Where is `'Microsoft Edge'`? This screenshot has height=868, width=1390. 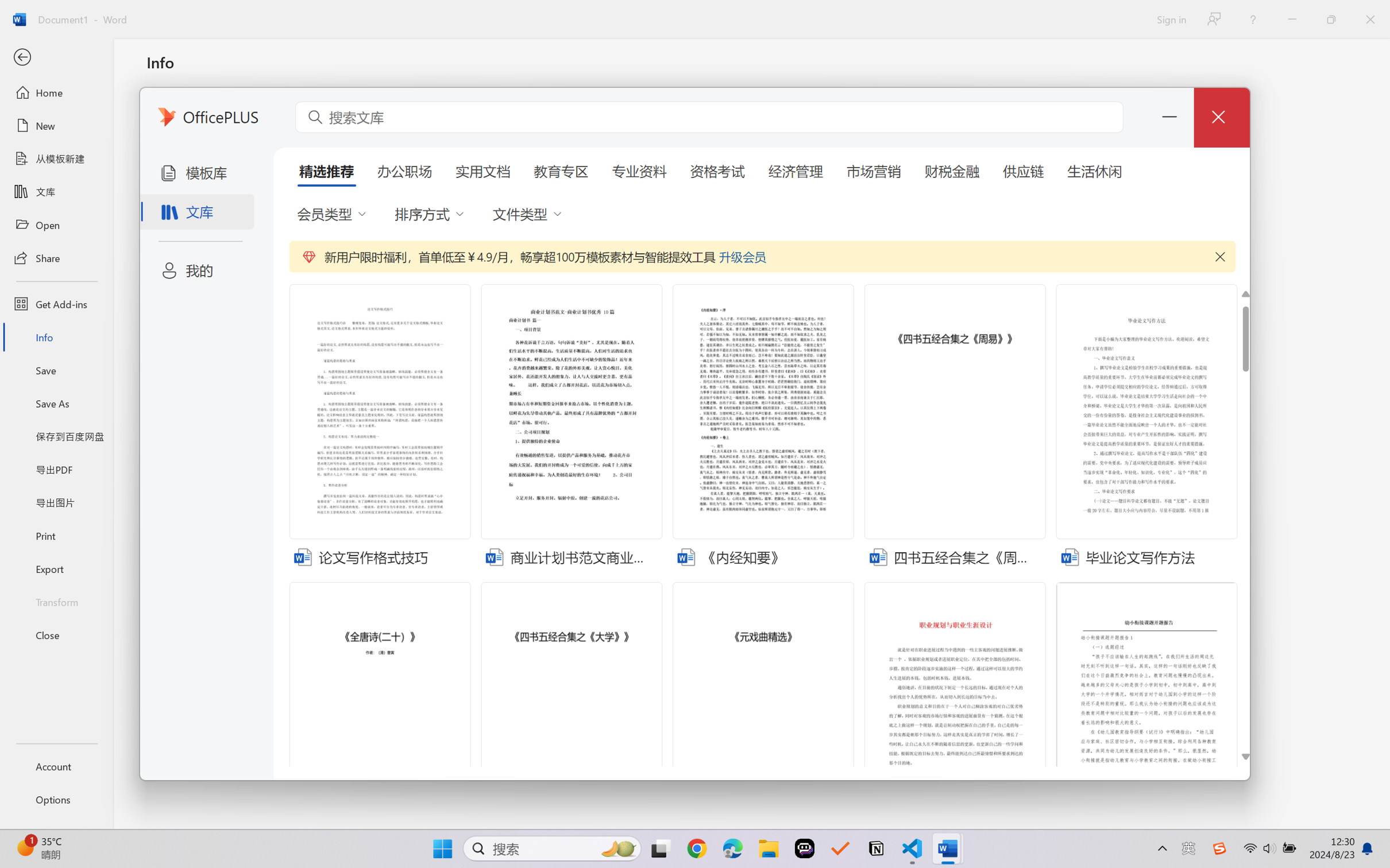
'Microsoft Edge' is located at coordinates (732, 848).